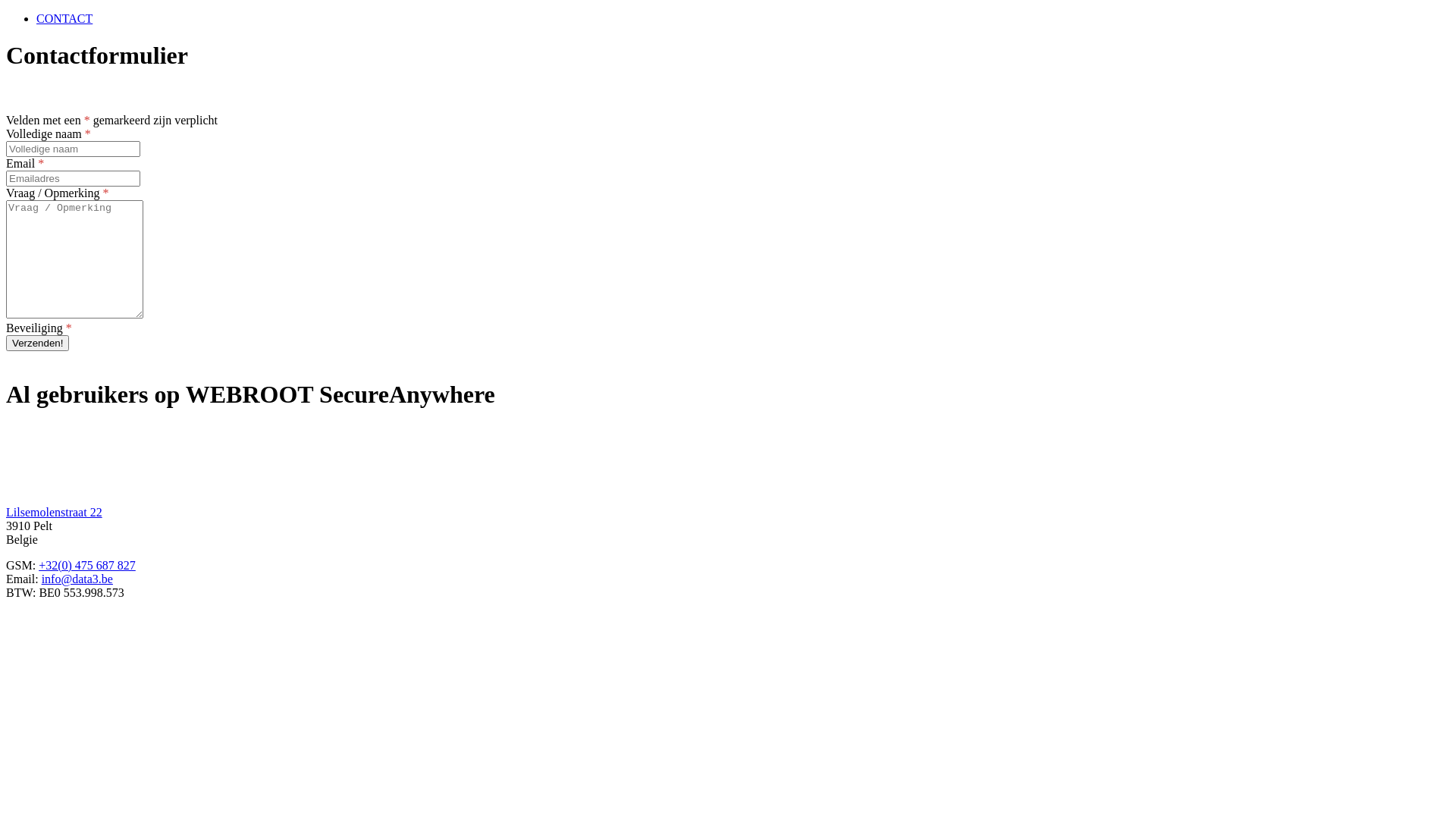 Image resolution: width=1456 pixels, height=819 pixels. What do you see at coordinates (76, 579) in the screenshot?
I see `'info@data3.be'` at bounding box center [76, 579].